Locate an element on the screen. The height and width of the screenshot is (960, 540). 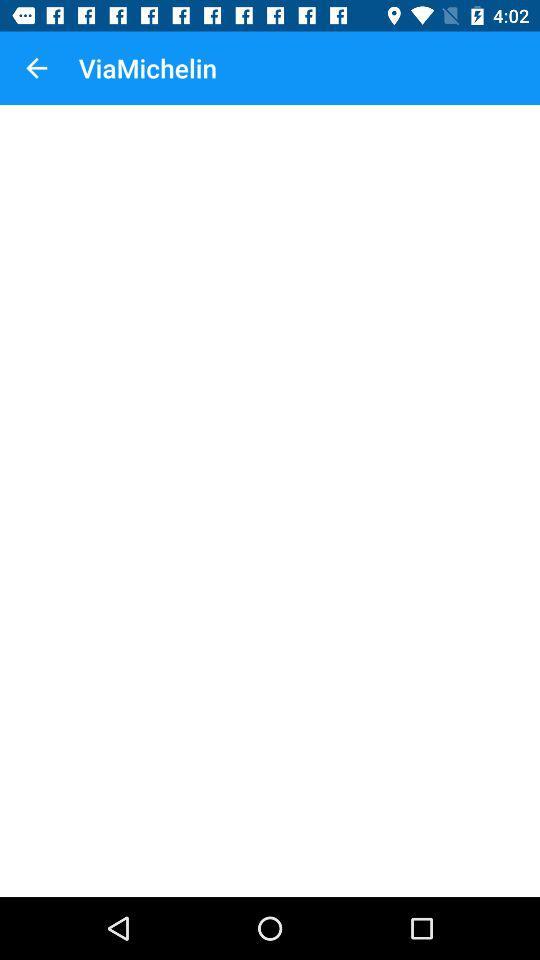
the icon at the center is located at coordinates (270, 500).